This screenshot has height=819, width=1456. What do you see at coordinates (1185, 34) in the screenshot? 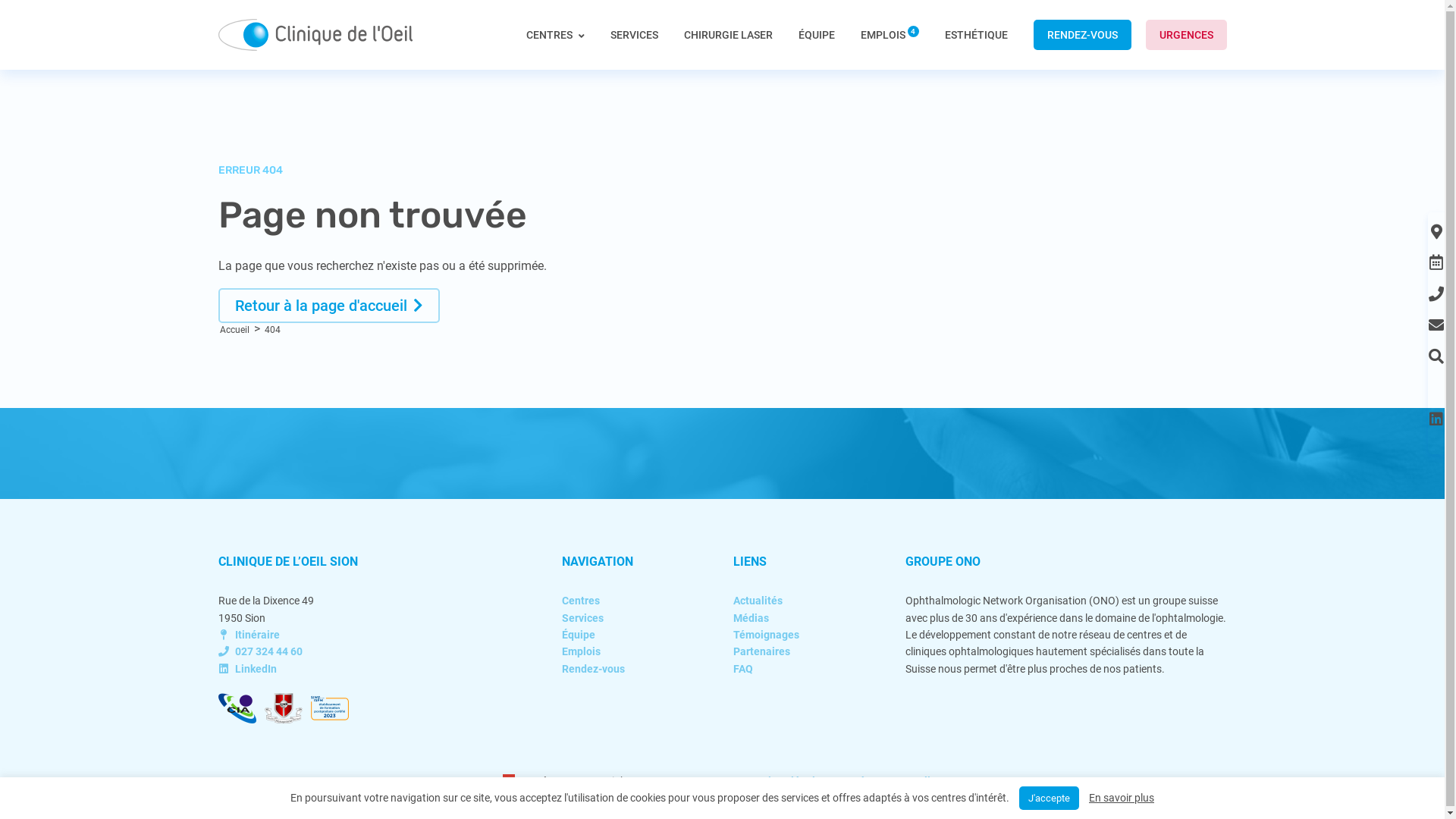
I see `'URGENCES'` at bounding box center [1185, 34].